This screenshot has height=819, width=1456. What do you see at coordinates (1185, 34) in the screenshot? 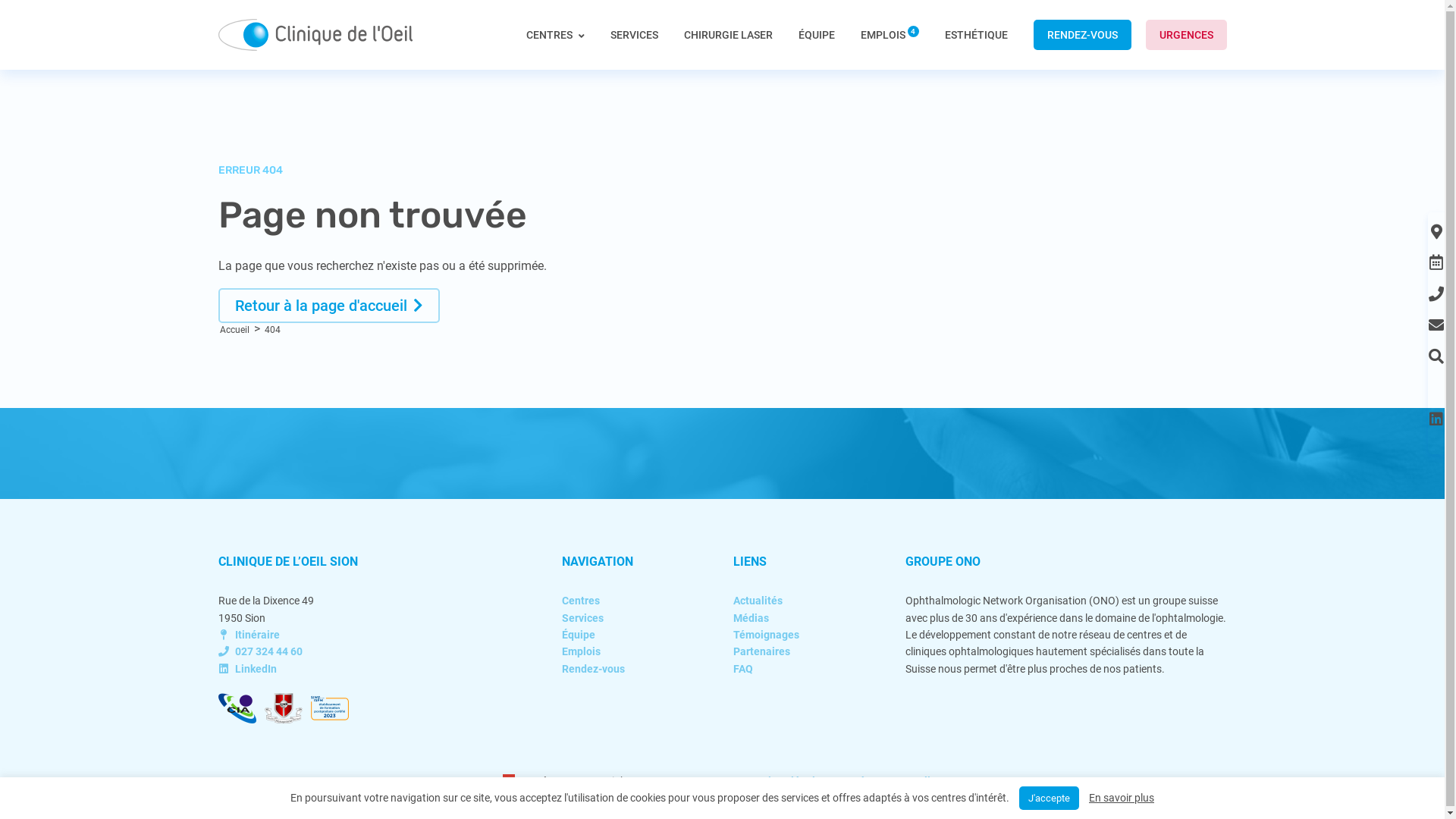
I see `'URGENCES'` at bounding box center [1185, 34].